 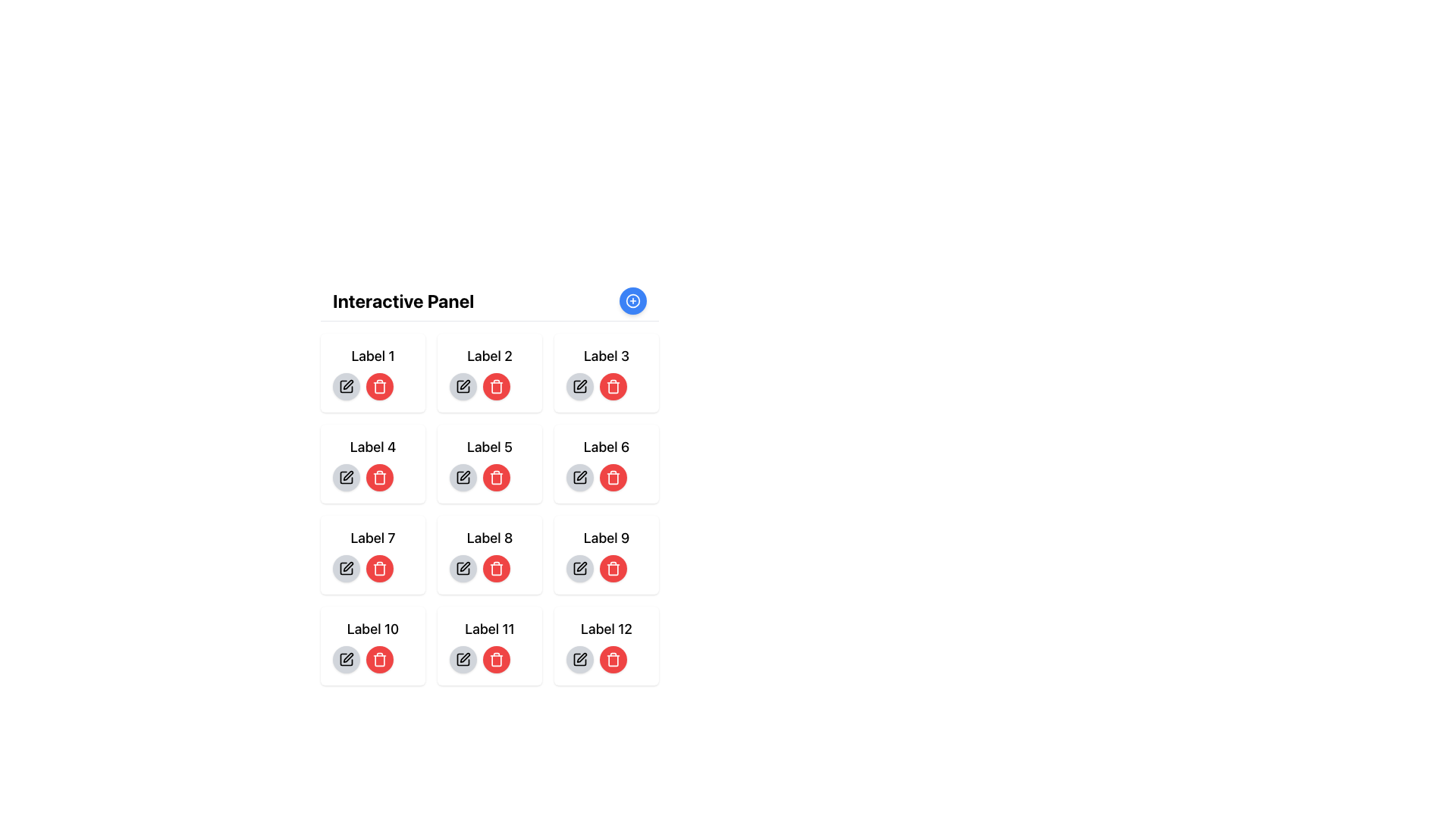 I want to click on the Edit icon, which is a square icon with a pen symbol inside it, located under the label 'Label 4' and to the left of the red trash bin icon, so click(x=345, y=476).